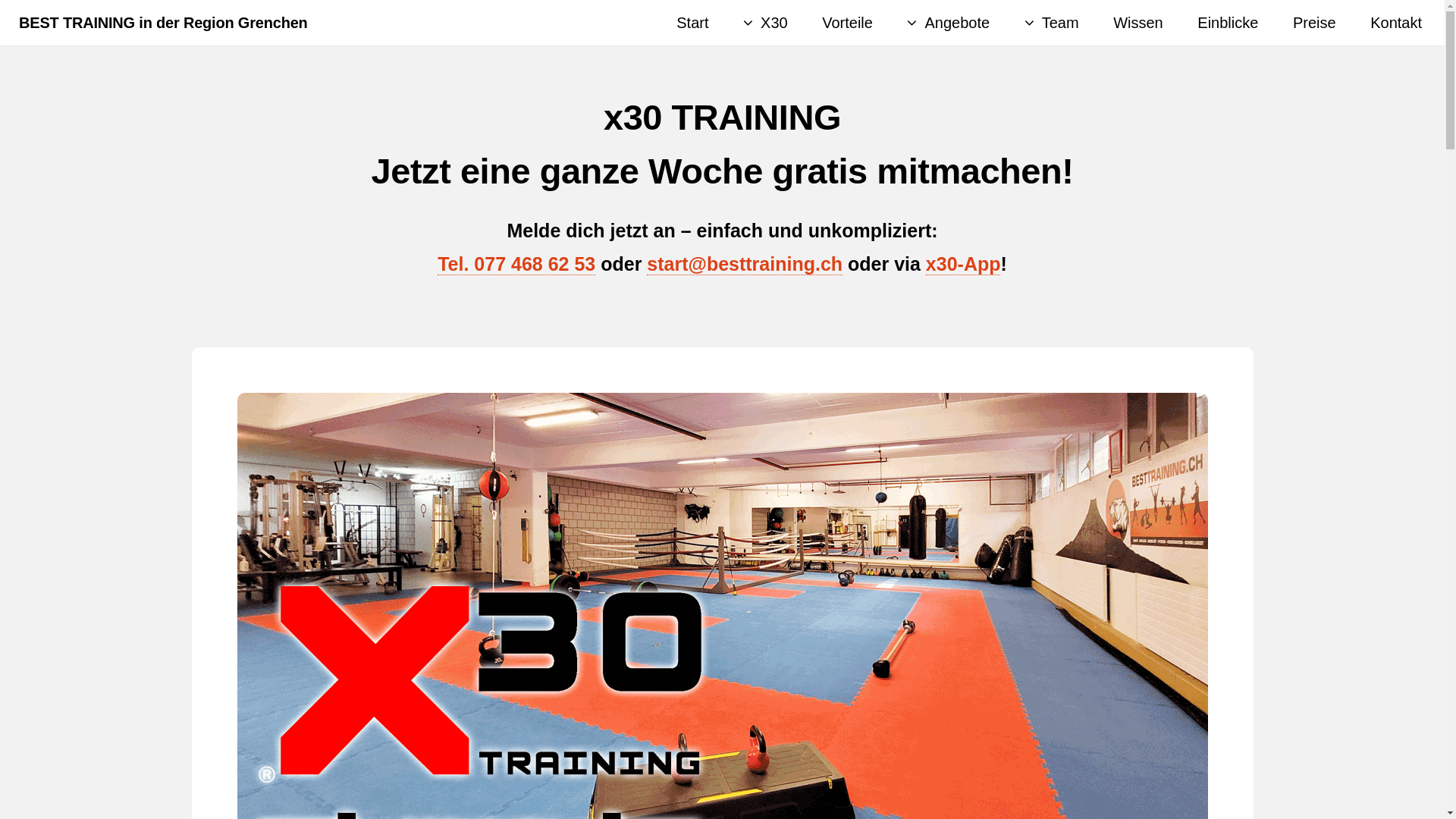 Image resolution: width=1456 pixels, height=819 pixels. I want to click on 'Angebote', so click(947, 23).